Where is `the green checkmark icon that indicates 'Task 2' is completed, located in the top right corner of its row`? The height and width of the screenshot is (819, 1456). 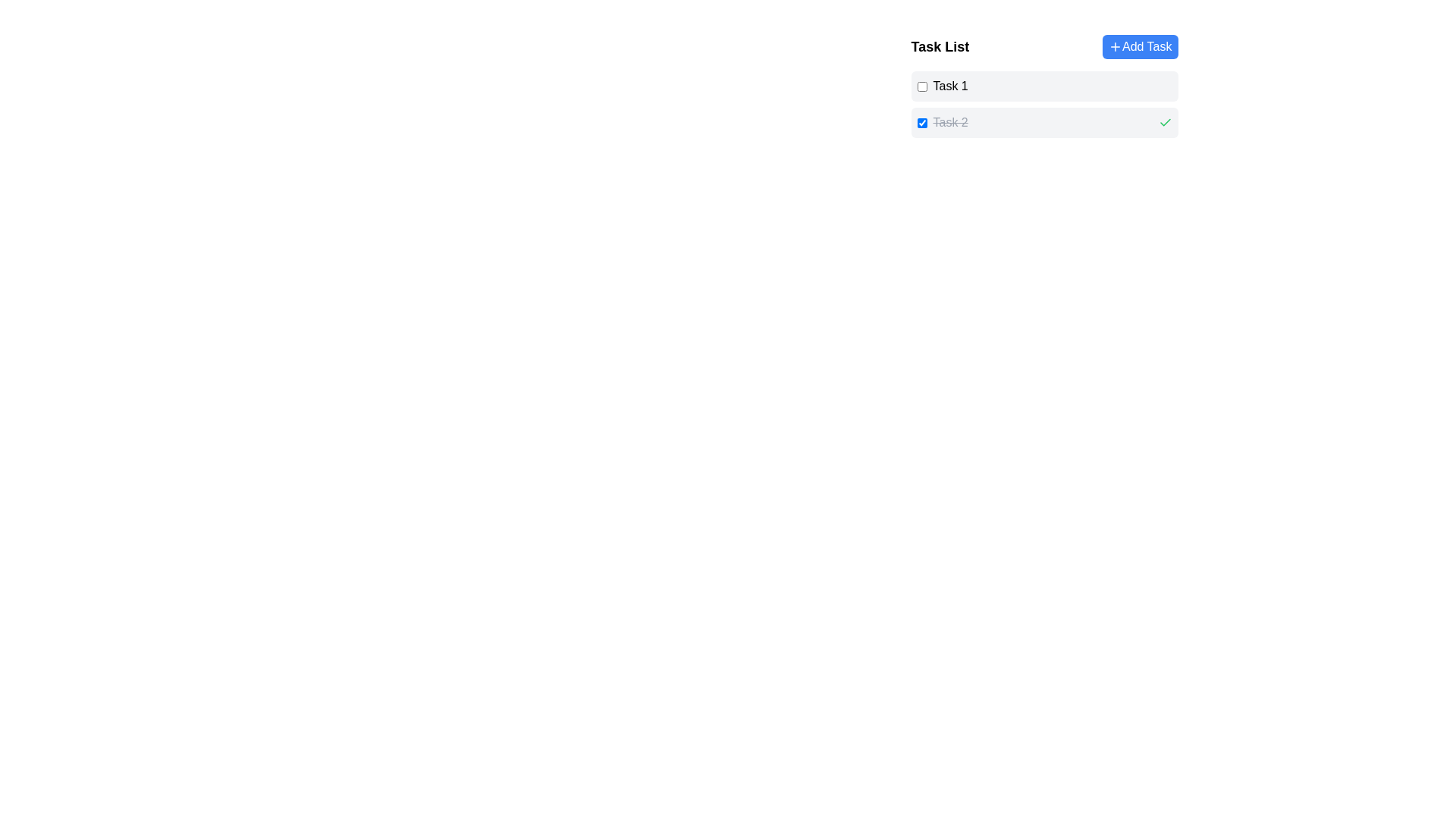
the green checkmark icon that indicates 'Task 2' is completed, located in the top right corner of its row is located at coordinates (1164, 122).